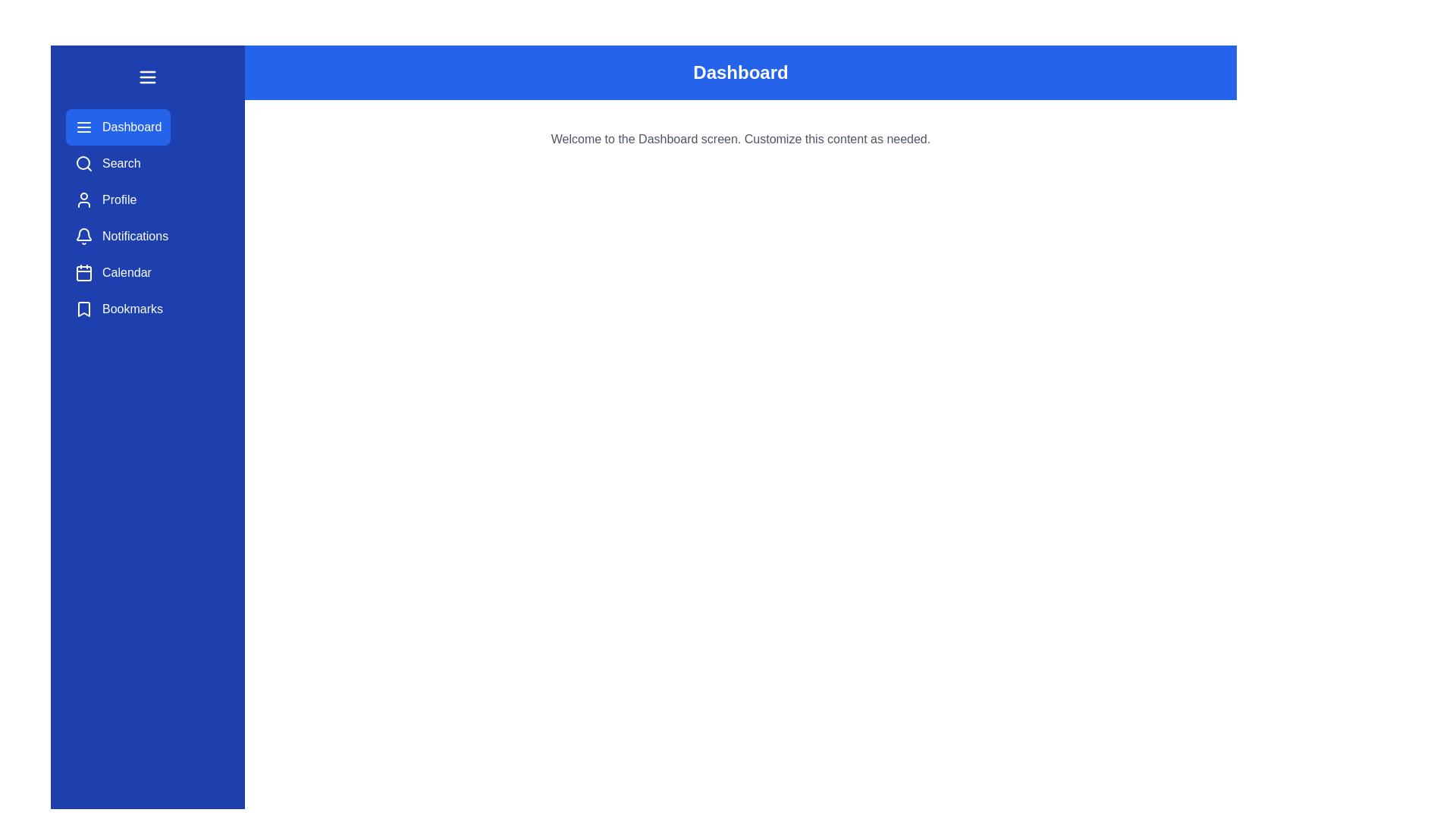  Describe the element at coordinates (112, 271) in the screenshot. I see `the 'Calendar' menu item on the left navigation bar` at that location.